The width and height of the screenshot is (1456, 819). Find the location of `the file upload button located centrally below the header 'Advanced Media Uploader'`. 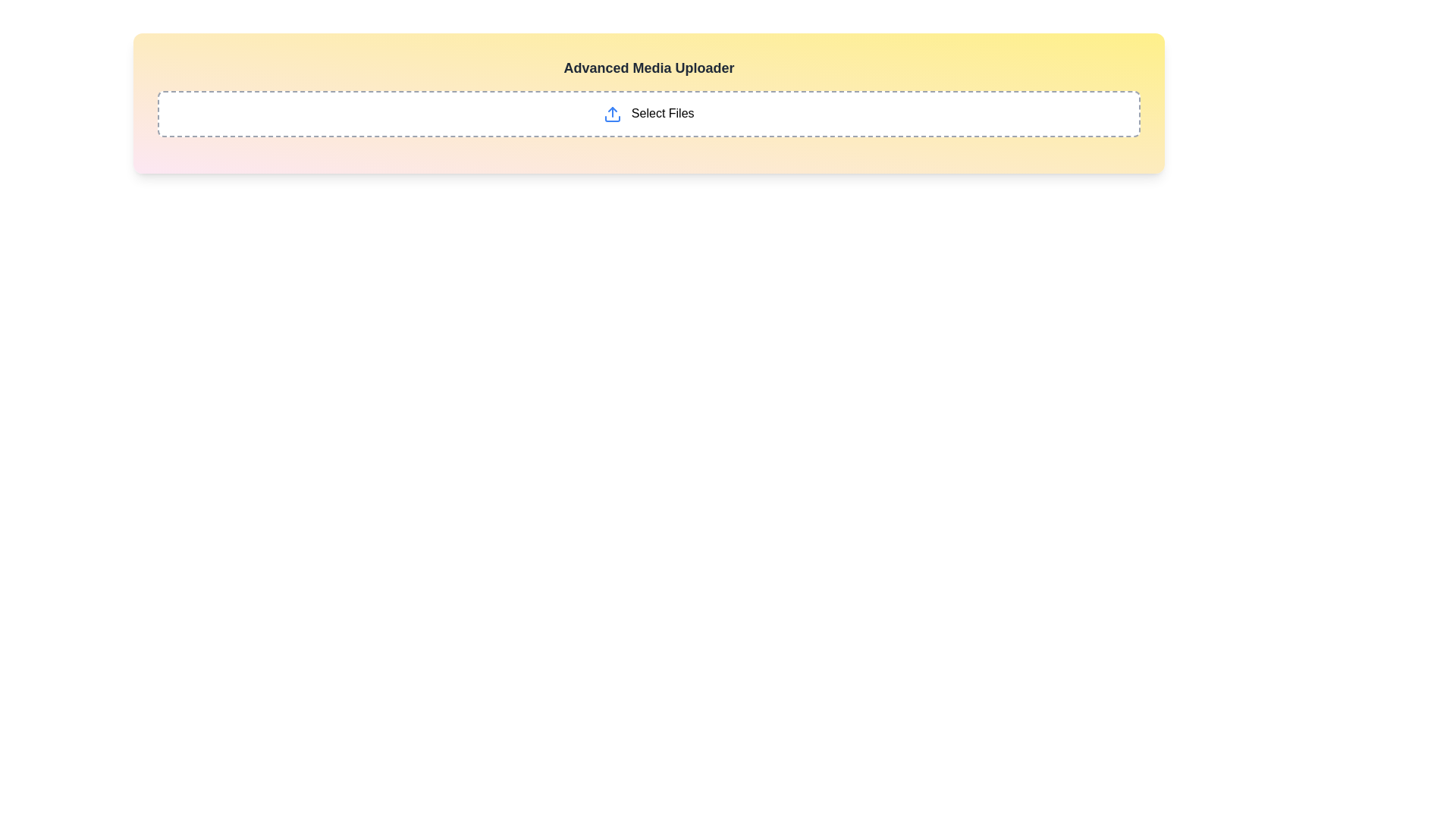

the file upload button located centrally below the header 'Advanced Media Uploader' is located at coordinates (648, 113).